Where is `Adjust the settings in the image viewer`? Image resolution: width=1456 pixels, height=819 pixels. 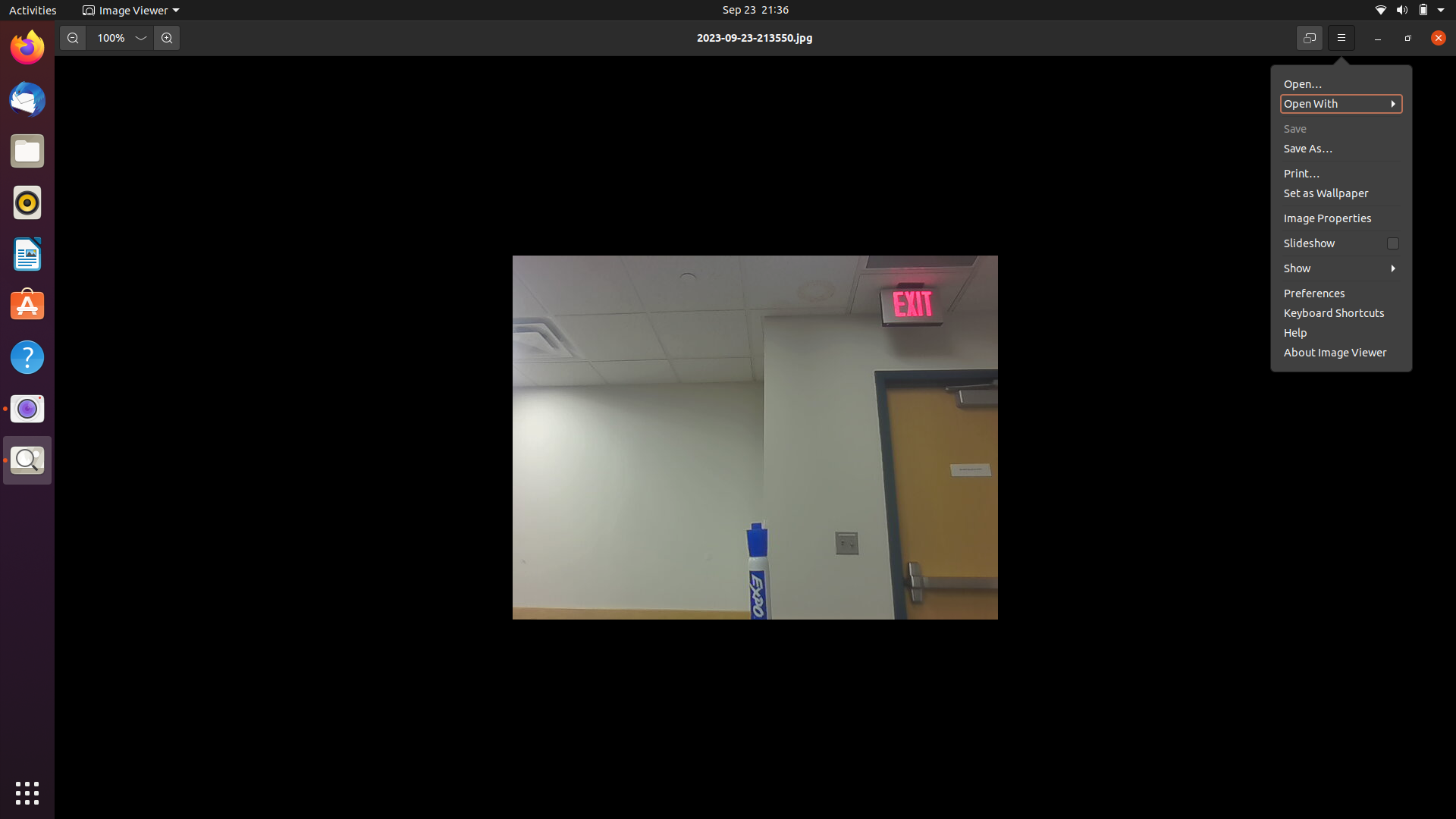 Adjust the settings in the image viewer is located at coordinates (1335, 350).